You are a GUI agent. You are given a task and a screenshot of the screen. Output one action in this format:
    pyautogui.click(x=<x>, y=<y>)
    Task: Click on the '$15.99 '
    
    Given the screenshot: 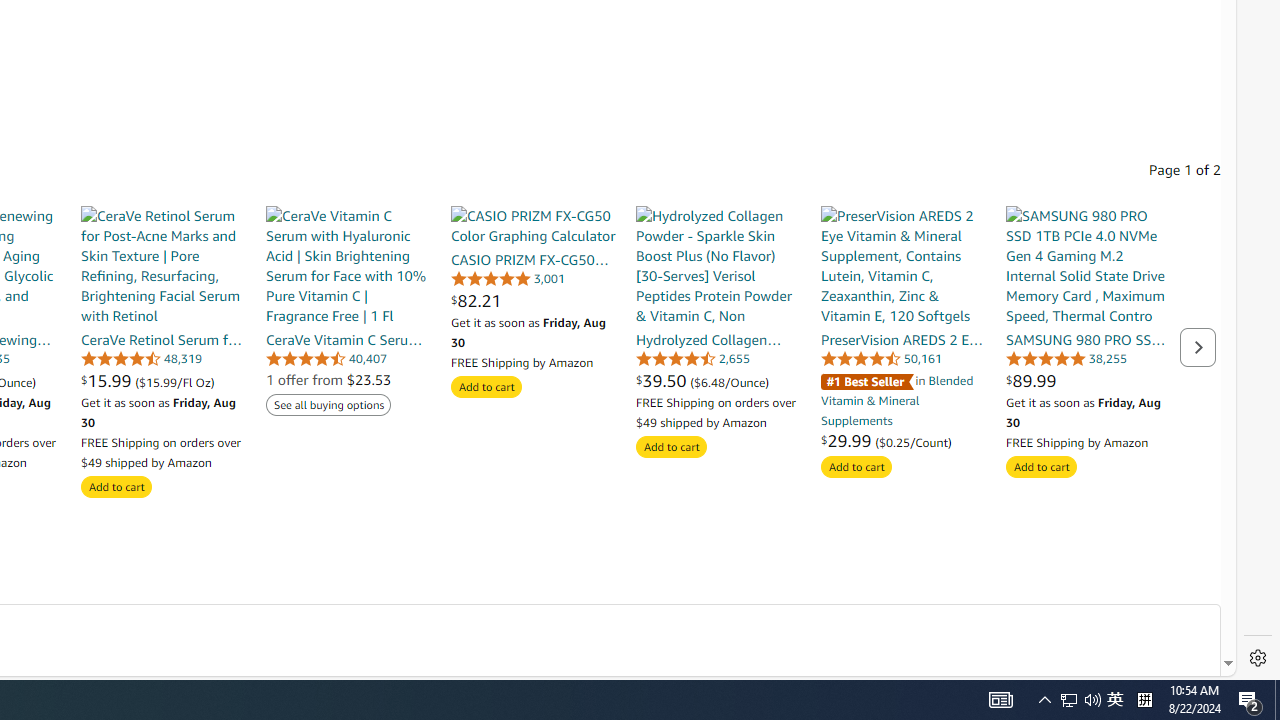 What is the action you would take?
    pyautogui.click(x=107, y=380)
    